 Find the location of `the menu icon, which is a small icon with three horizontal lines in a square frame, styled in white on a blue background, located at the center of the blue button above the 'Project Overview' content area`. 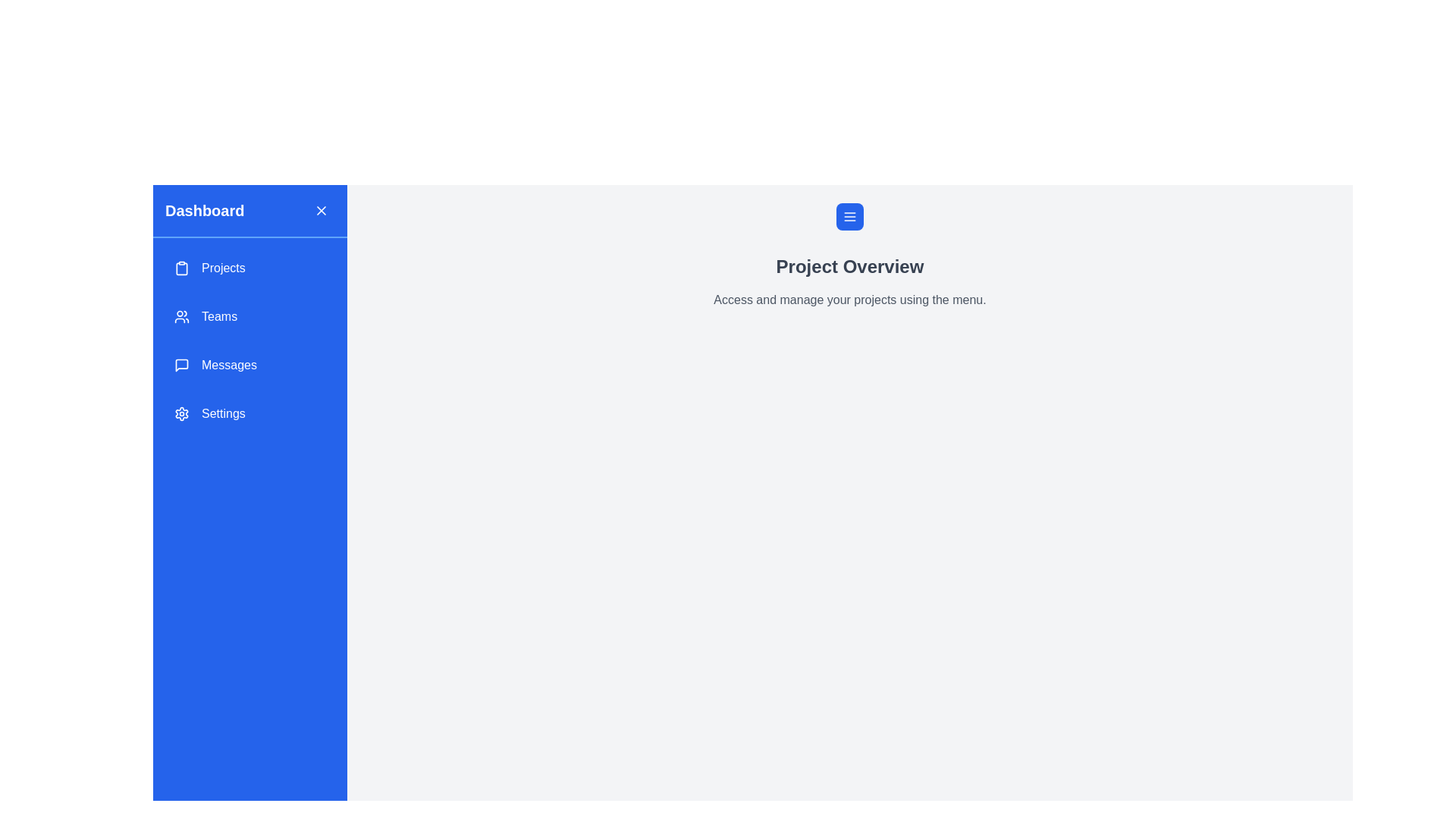

the menu icon, which is a small icon with three horizontal lines in a square frame, styled in white on a blue background, located at the center of the blue button above the 'Project Overview' content area is located at coordinates (850, 216).